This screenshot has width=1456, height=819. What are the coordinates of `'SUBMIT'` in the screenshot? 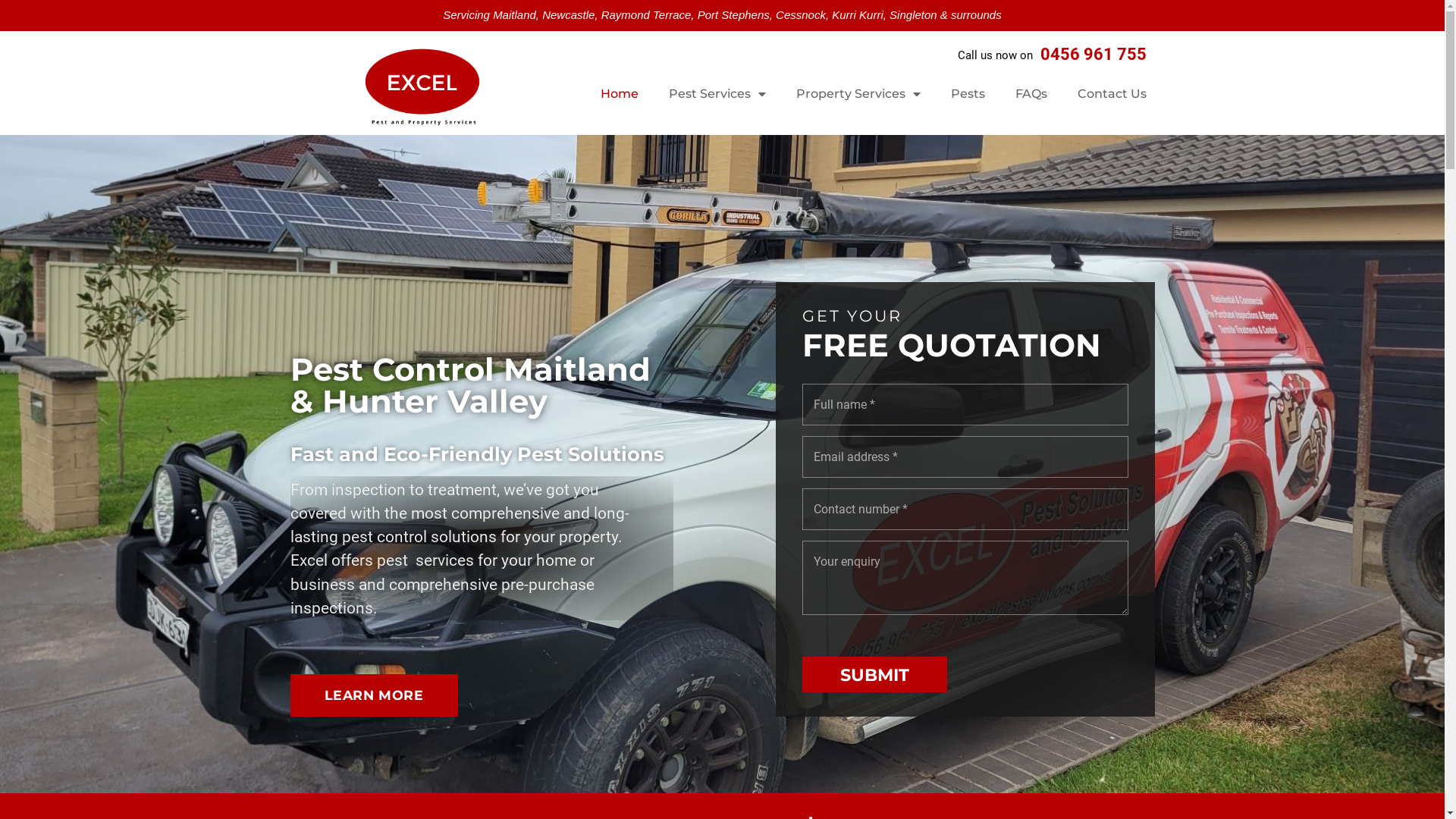 It's located at (874, 673).